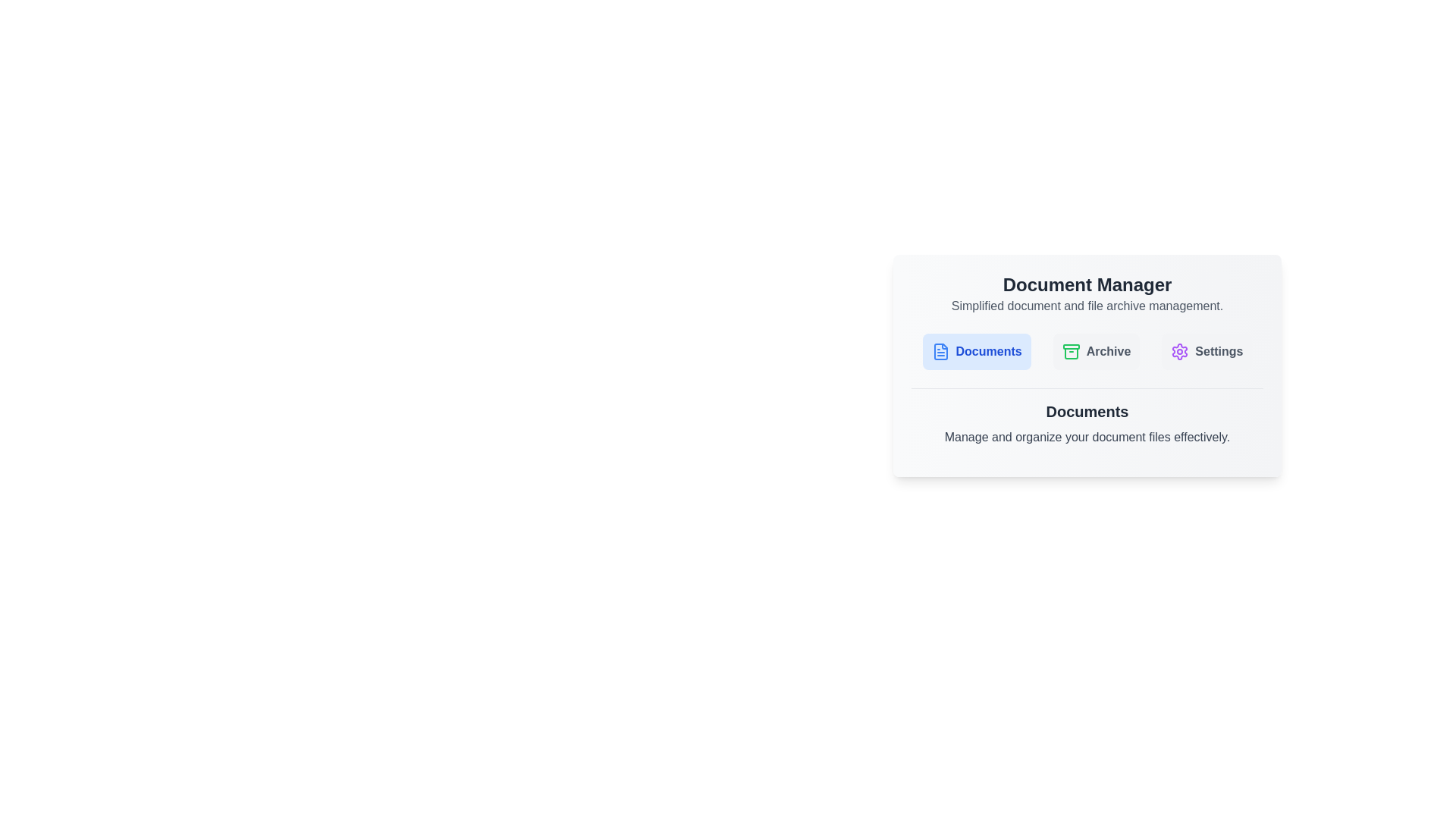 This screenshot has height=819, width=1456. I want to click on the Settings tab by clicking its corresponding button, so click(1206, 351).